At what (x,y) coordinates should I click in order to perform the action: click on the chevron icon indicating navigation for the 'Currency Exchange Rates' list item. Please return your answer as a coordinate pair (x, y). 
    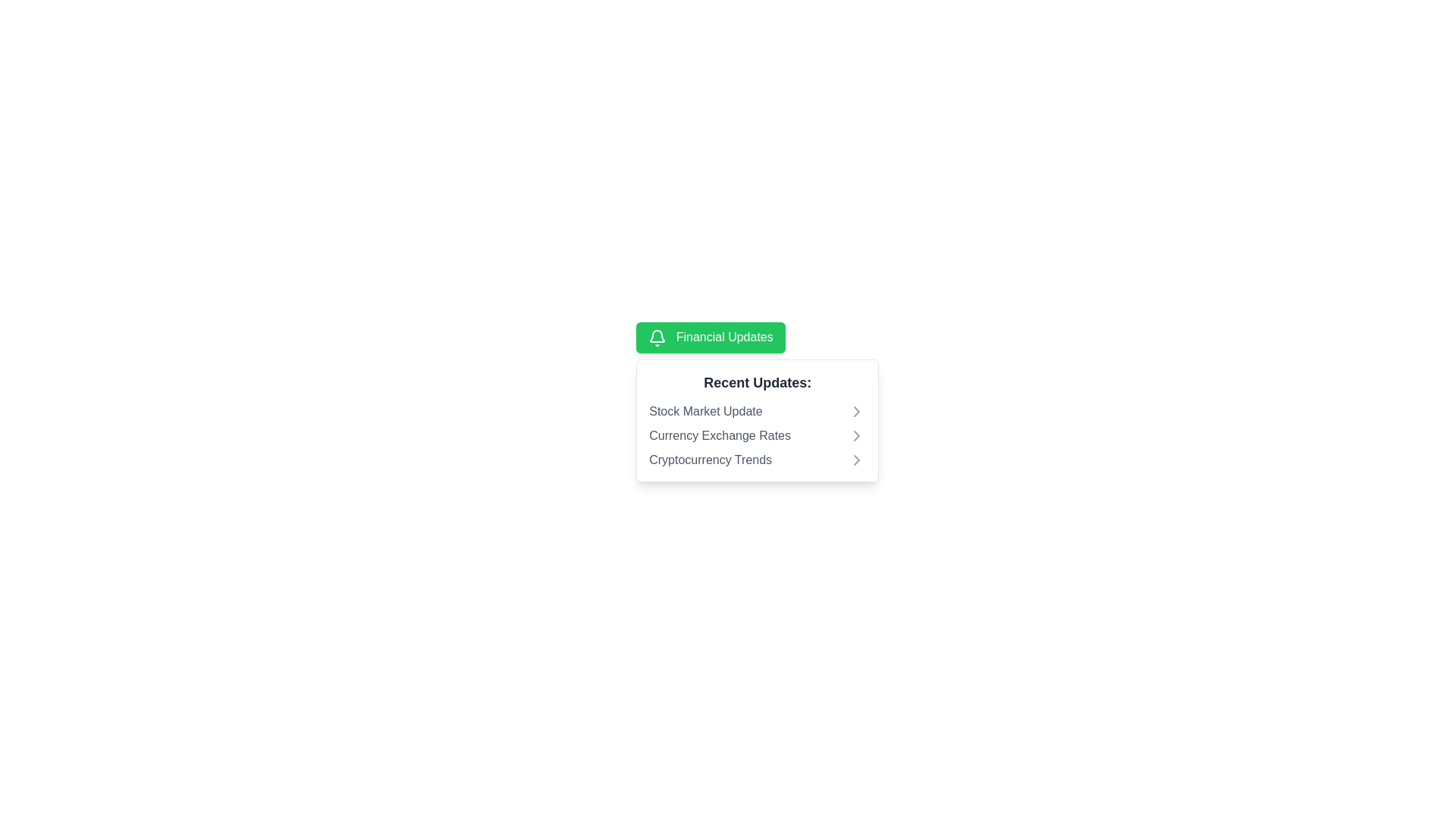
    Looking at the image, I should click on (857, 435).